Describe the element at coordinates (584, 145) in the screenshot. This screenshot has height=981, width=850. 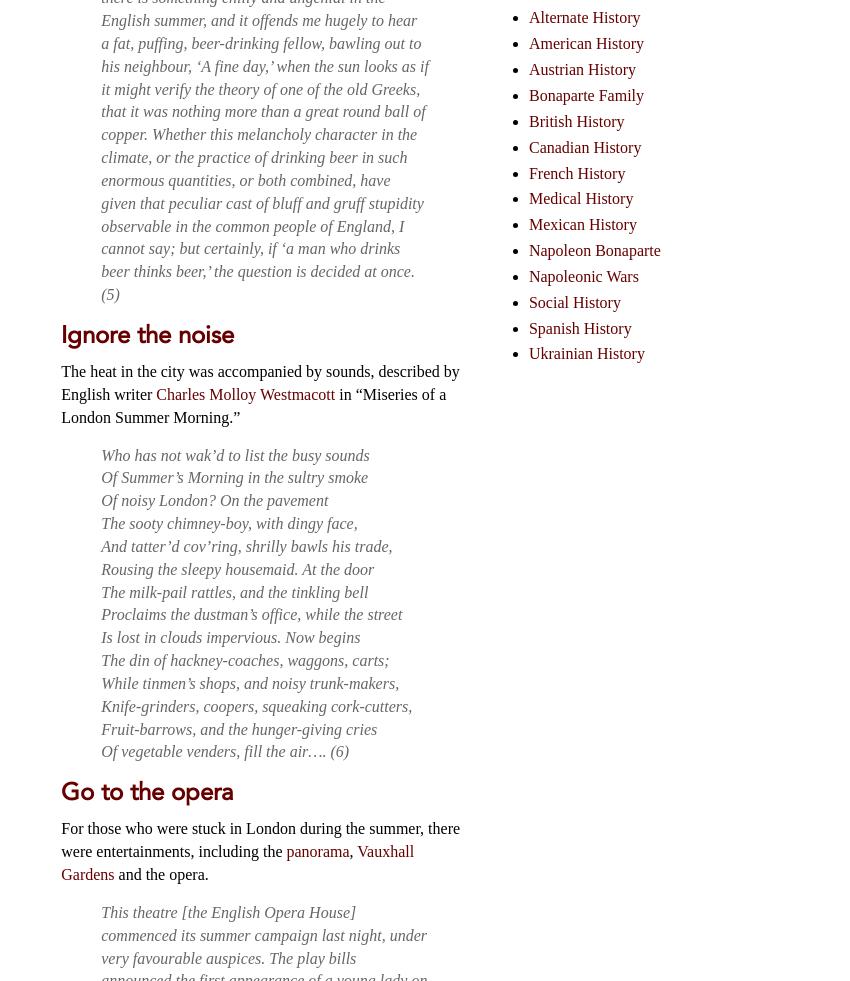
I see `'Canadian History'` at that location.